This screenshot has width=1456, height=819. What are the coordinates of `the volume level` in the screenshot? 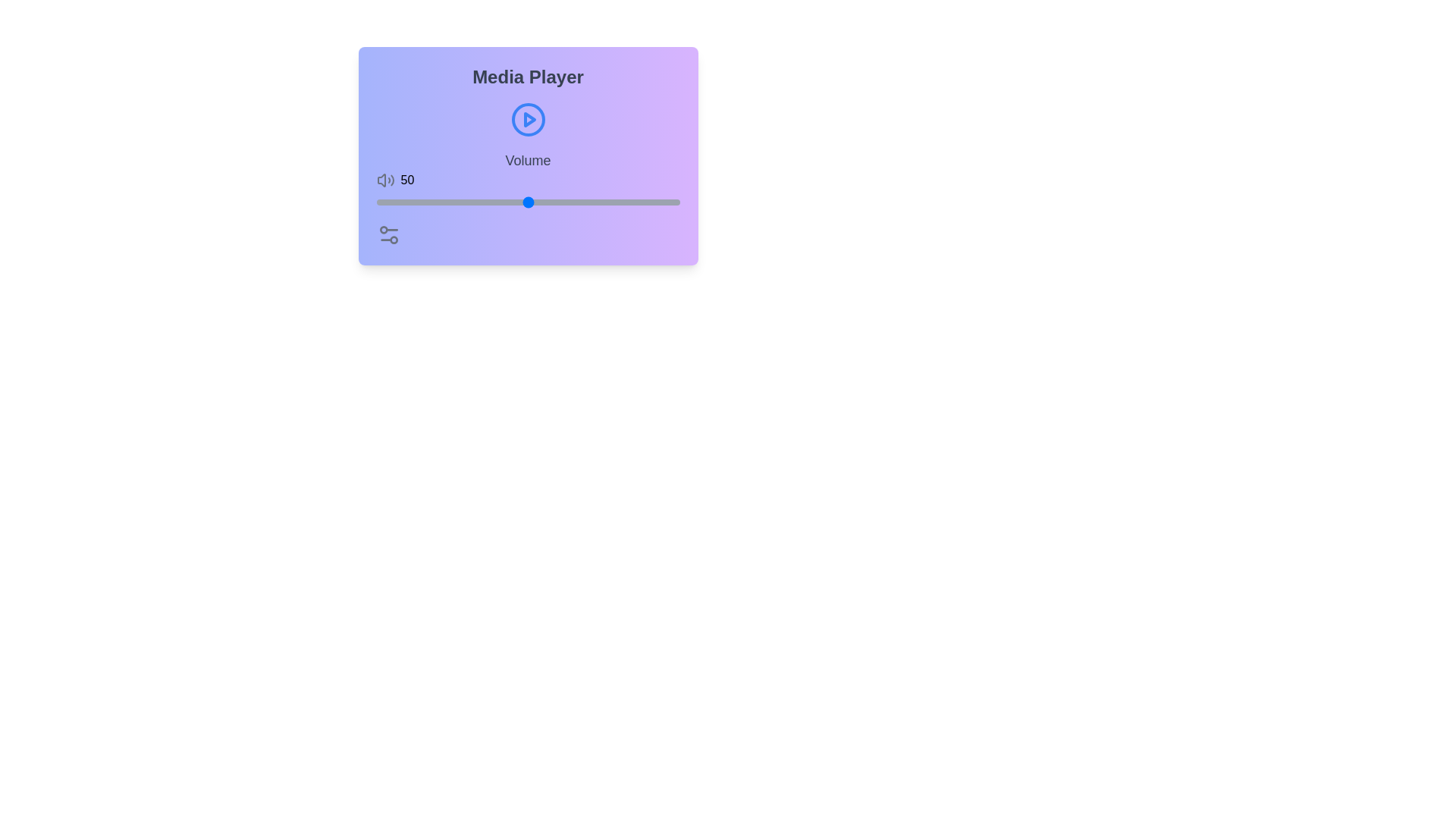 It's located at (427, 201).